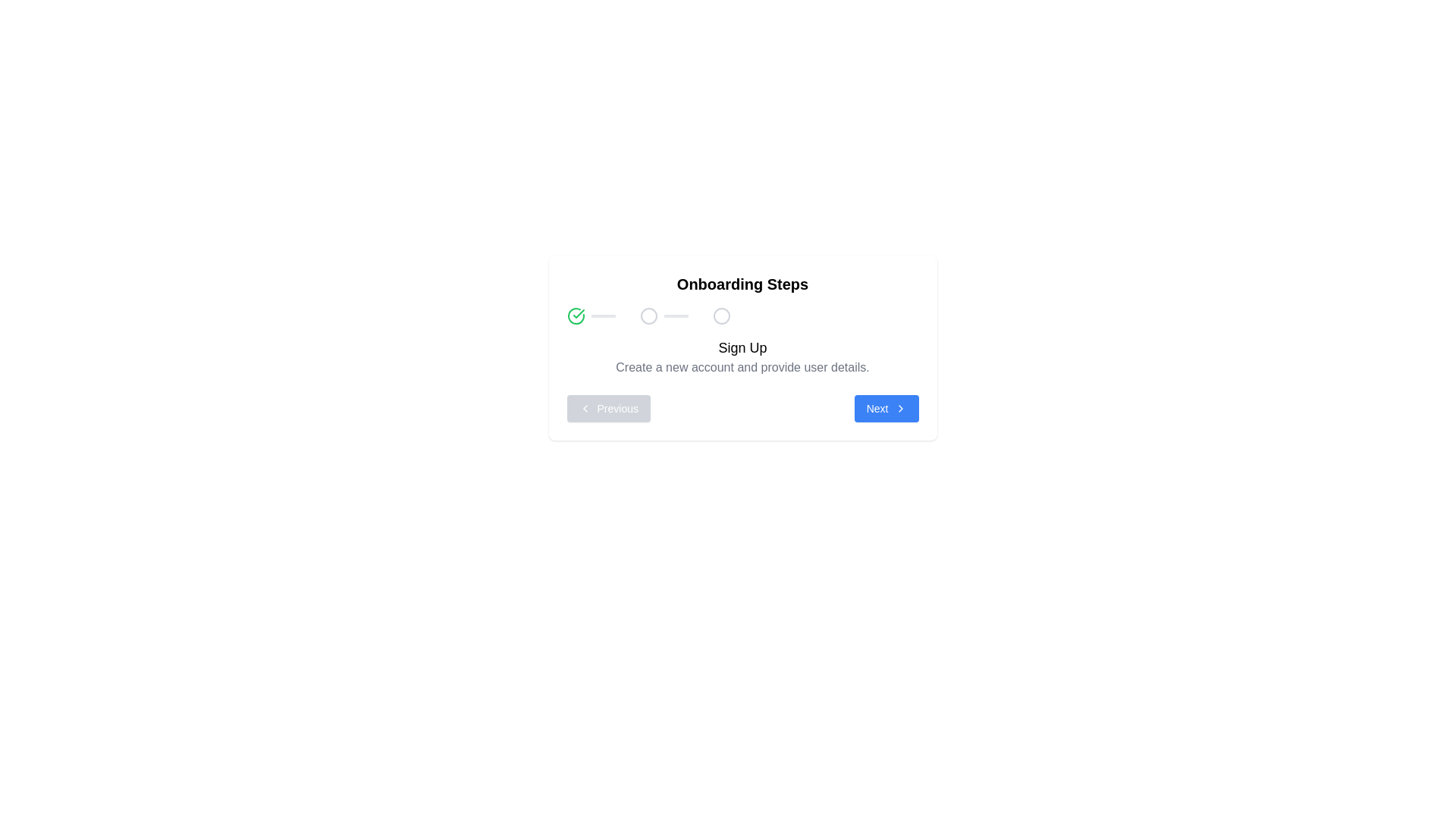 Image resolution: width=1456 pixels, height=819 pixels. What do you see at coordinates (886, 408) in the screenshot?
I see `the navigation button located at the bottom right of the onboarding step interface` at bounding box center [886, 408].